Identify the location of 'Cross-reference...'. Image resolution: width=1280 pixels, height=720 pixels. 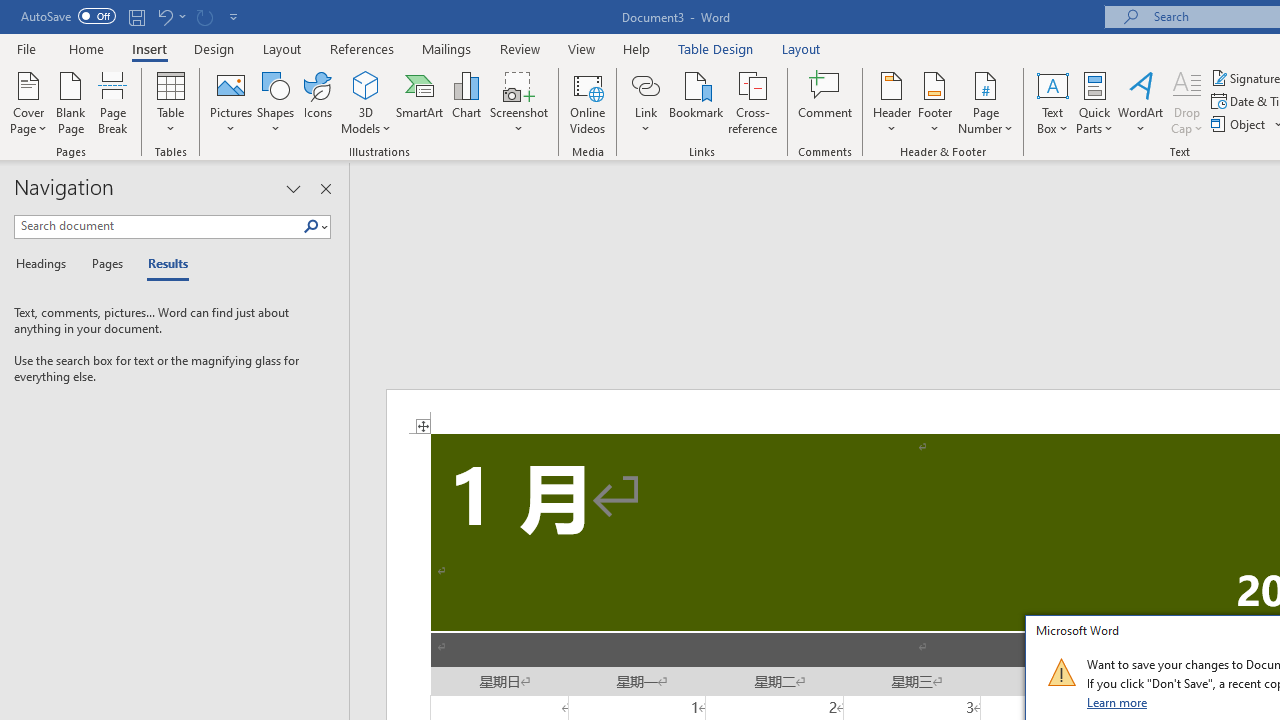
(751, 103).